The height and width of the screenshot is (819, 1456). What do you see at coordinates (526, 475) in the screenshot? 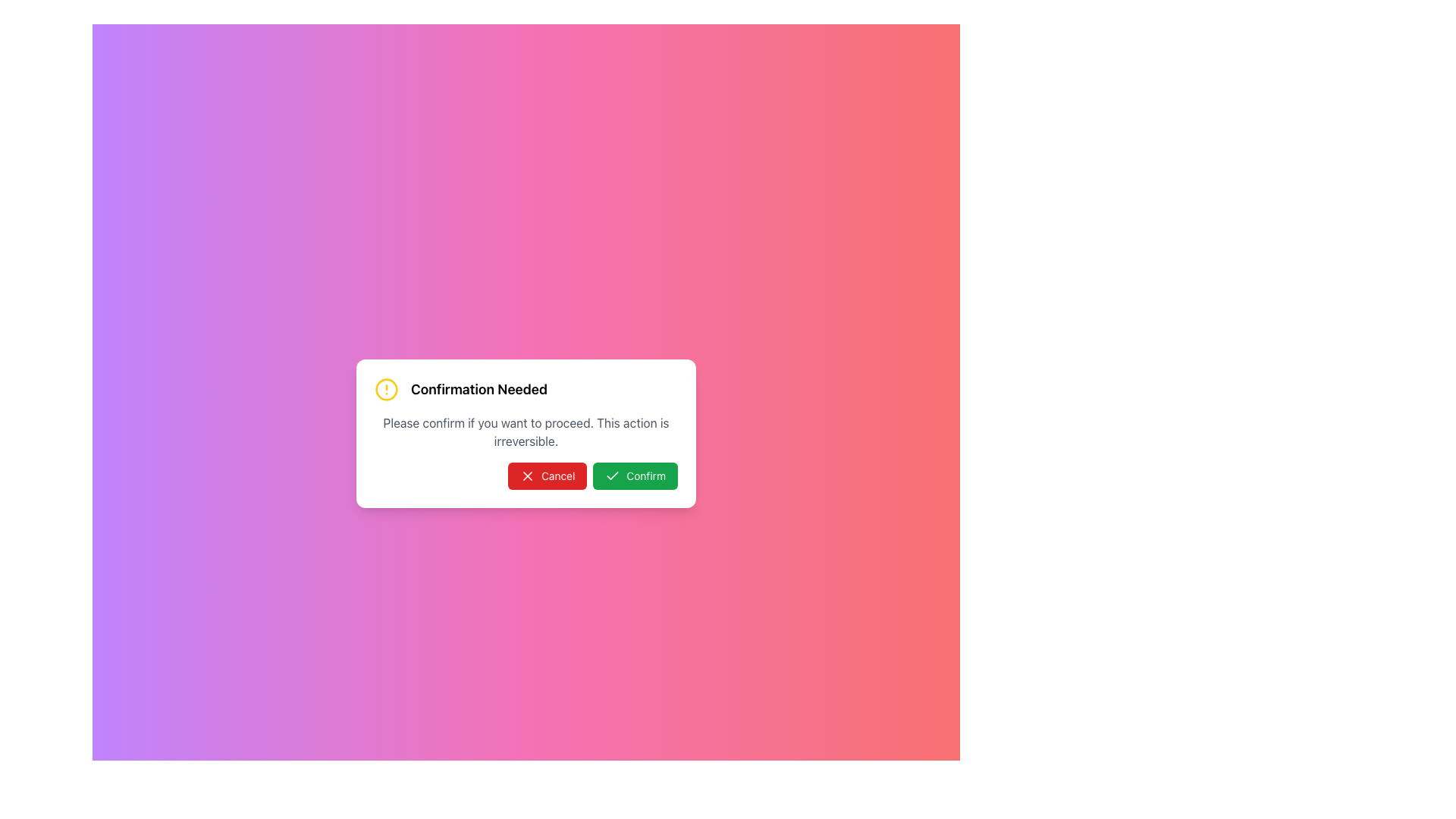
I see `the Button Group containing 'Cancel' and 'Confirm' buttons` at bounding box center [526, 475].